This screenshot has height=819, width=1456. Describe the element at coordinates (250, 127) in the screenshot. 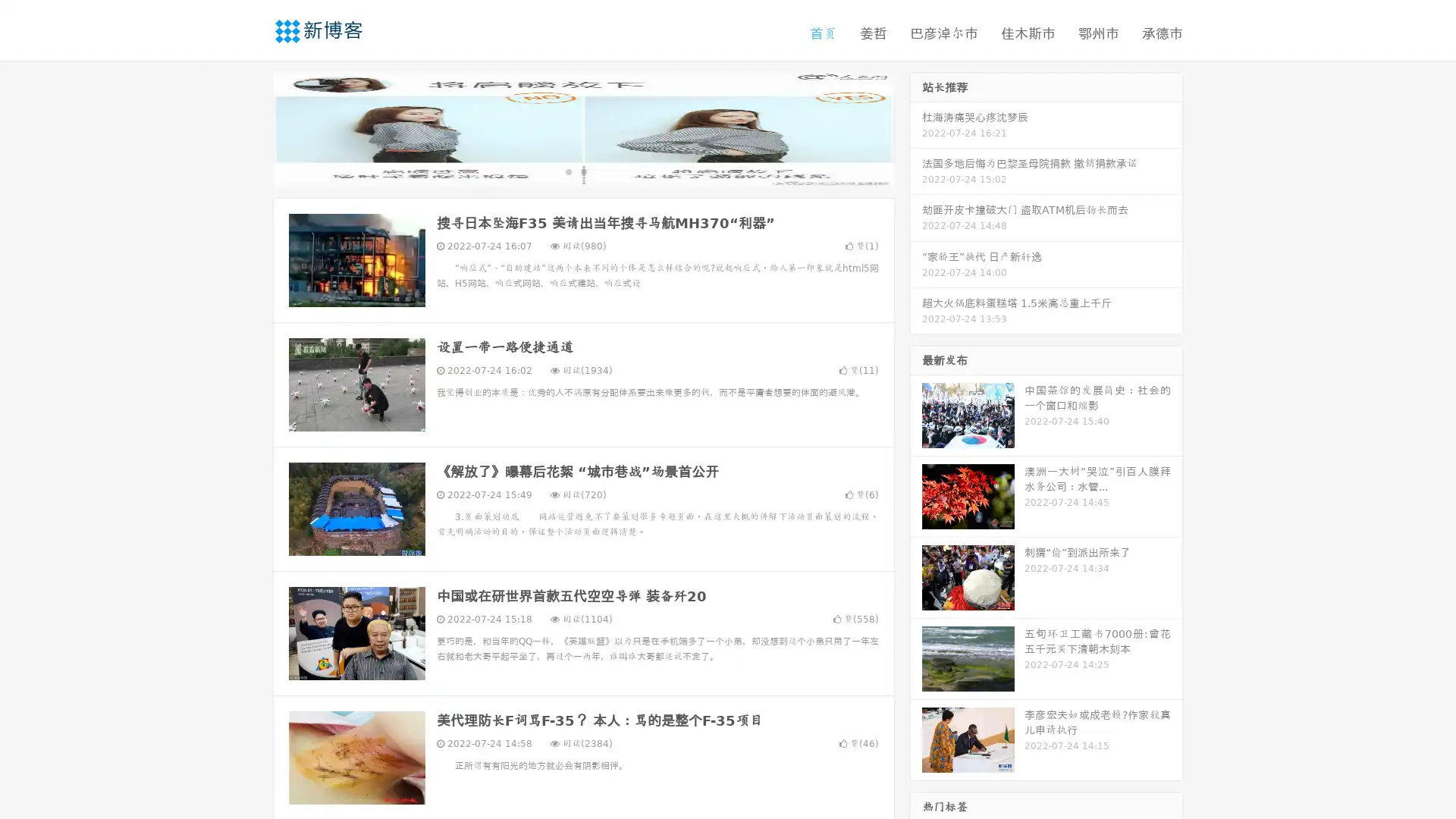

I see `Previous slide` at that location.